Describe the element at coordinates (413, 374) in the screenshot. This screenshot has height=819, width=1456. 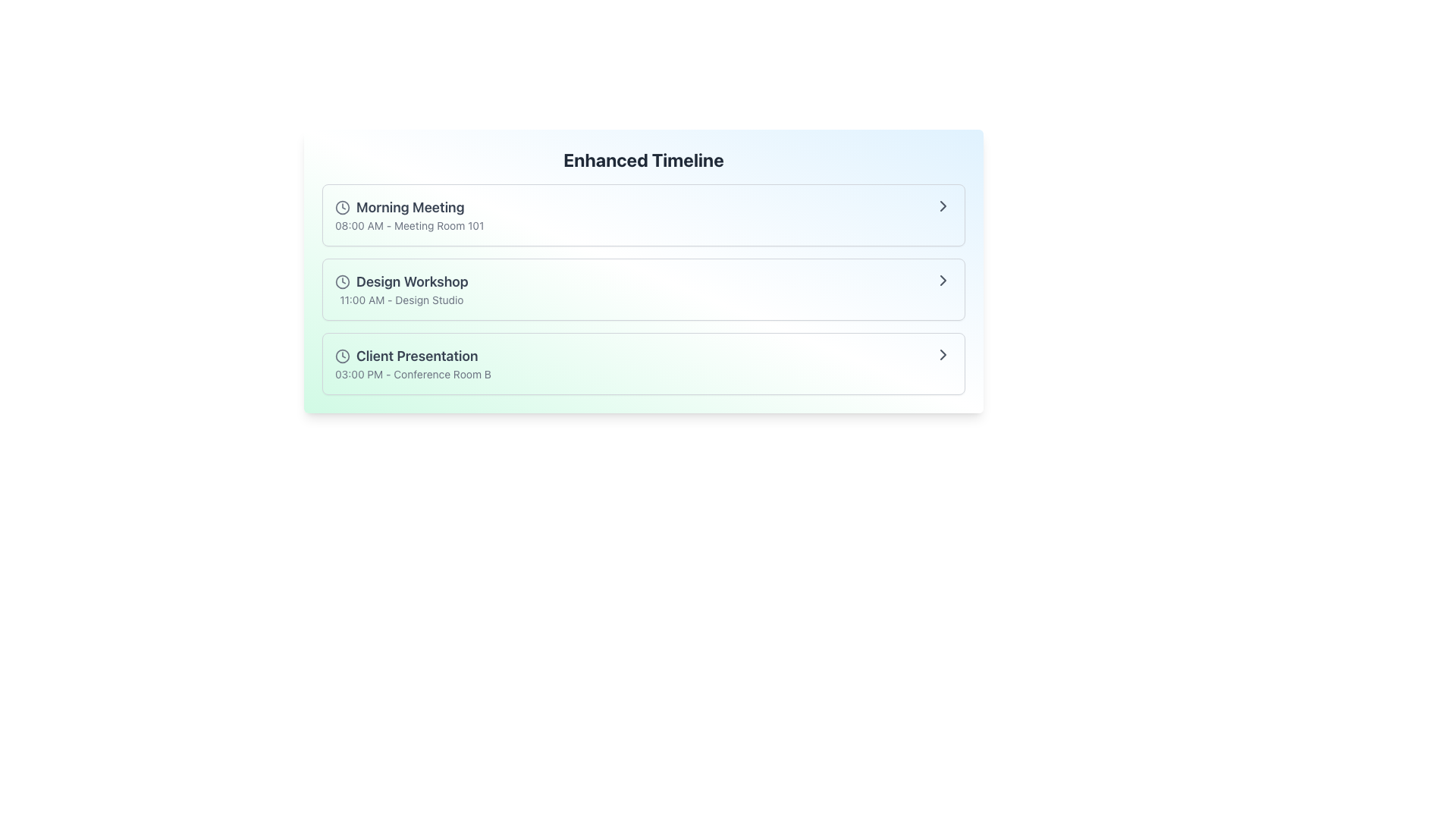
I see `the text label displaying '03:00 PM - Conference Room B' which is positioned below the 'Client Presentation' title in the scheduled event entry` at that location.